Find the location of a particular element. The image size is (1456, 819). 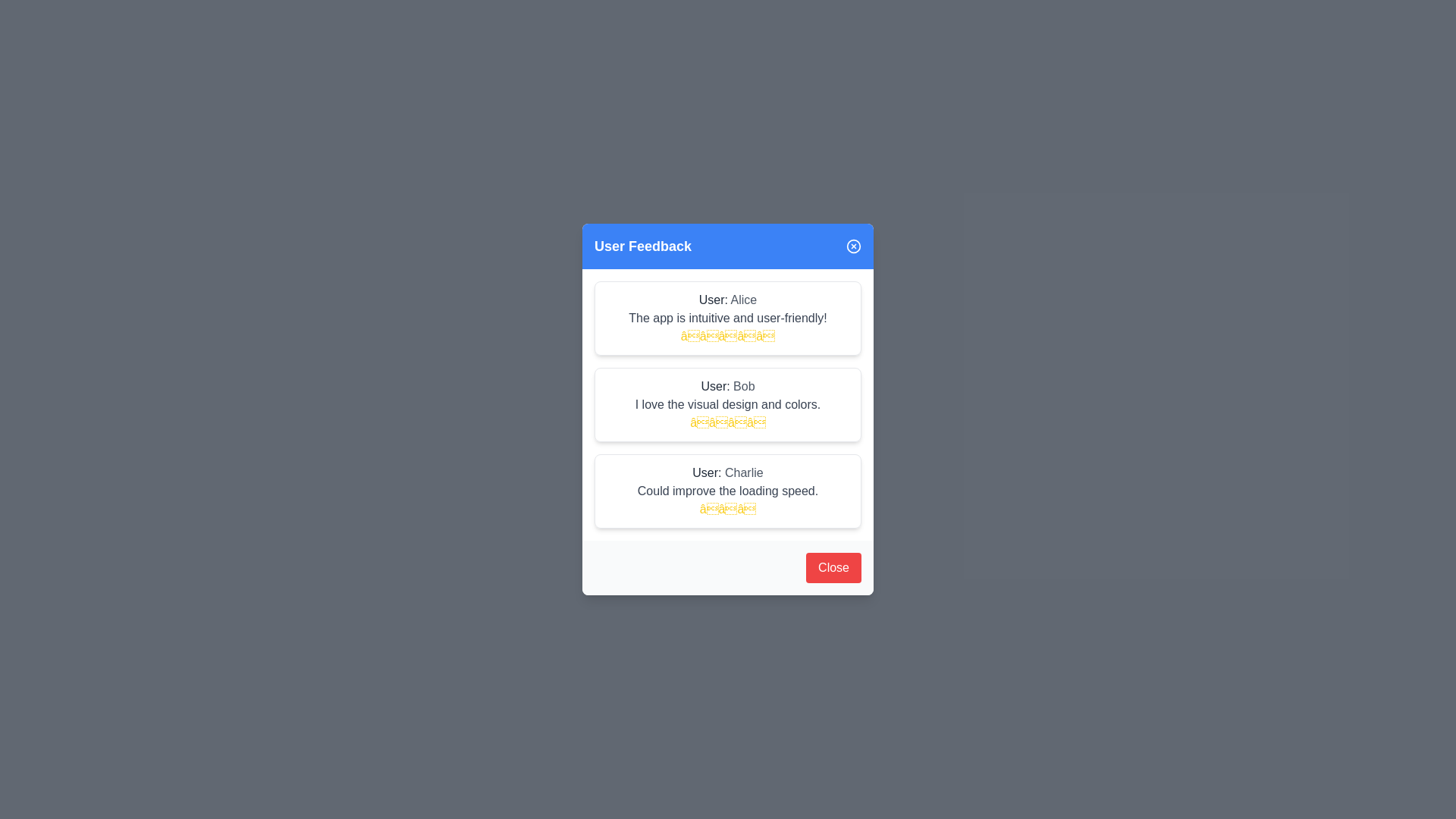

the 'Close' button in the footer of the dialog is located at coordinates (833, 567).